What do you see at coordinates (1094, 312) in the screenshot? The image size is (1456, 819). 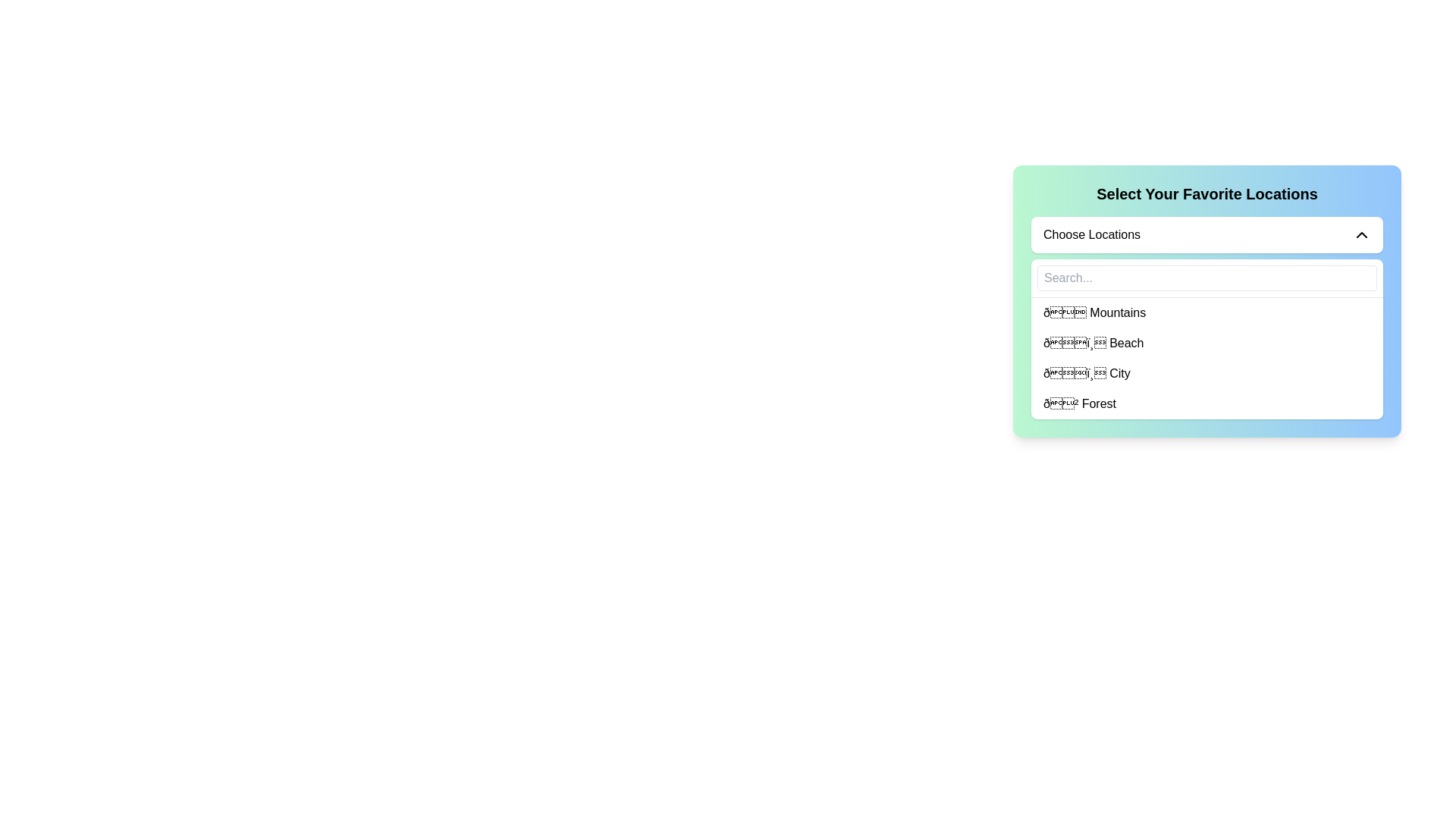 I see `to select the first option in the dropdown menu titled 'Select Your Favorite Locations', which contains a mountain emoji and the word 'Mountains' in bold` at bounding box center [1094, 312].